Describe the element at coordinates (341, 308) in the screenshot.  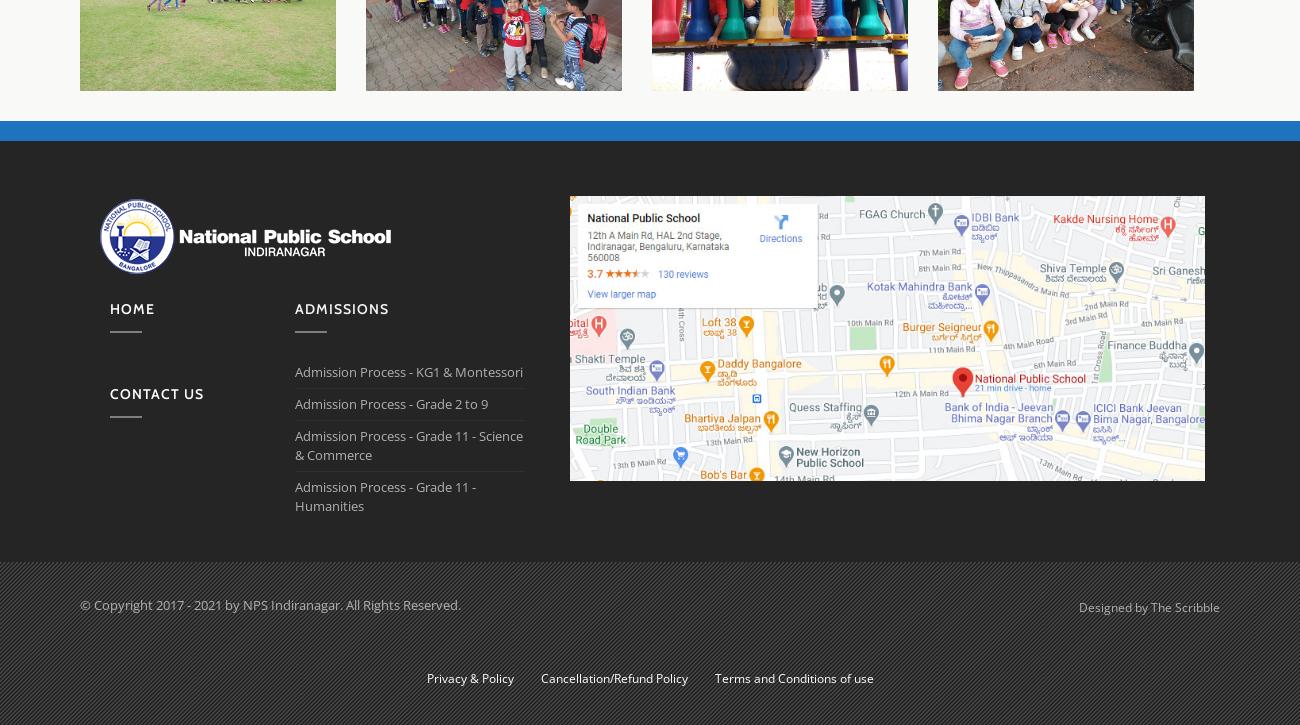
I see `'Admissions'` at that location.